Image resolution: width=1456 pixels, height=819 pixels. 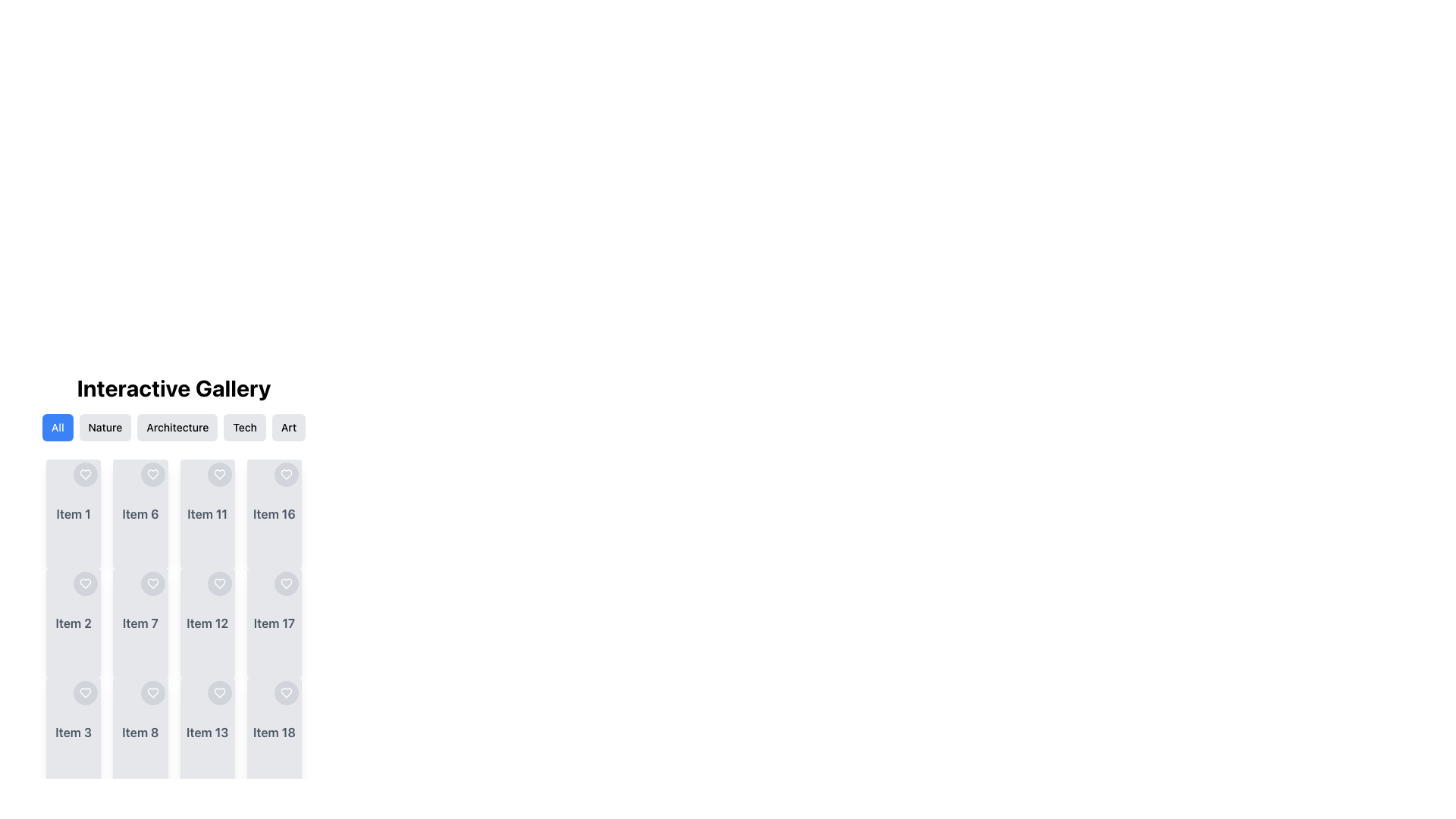 What do you see at coordinates (218, 693) in the screenshot?
I see `the circular button with a heart-shaped icon located` at bounding box center [218, 693].